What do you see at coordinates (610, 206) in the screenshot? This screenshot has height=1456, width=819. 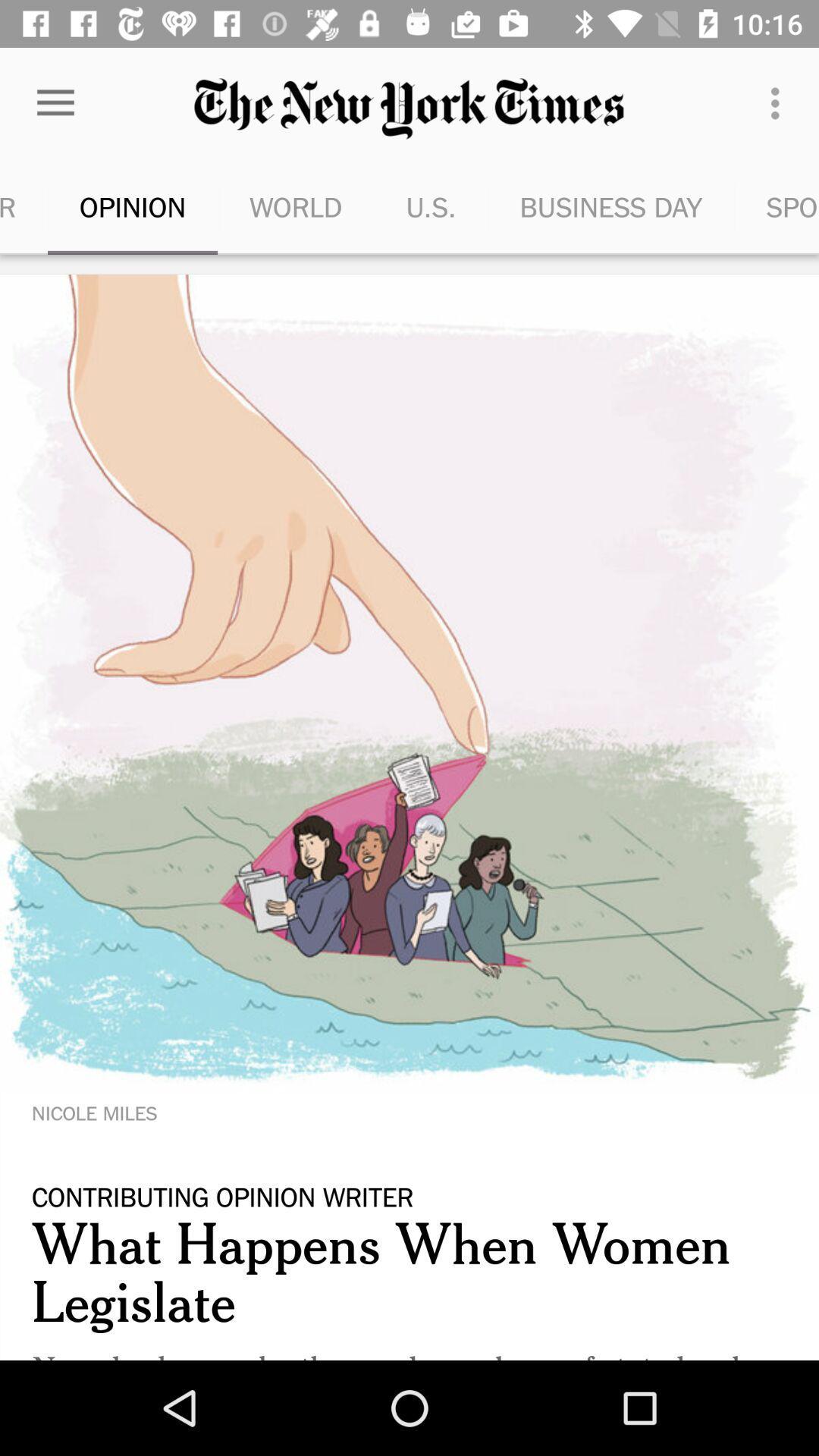 I see `the business day item` at bounding box center [610, 206].